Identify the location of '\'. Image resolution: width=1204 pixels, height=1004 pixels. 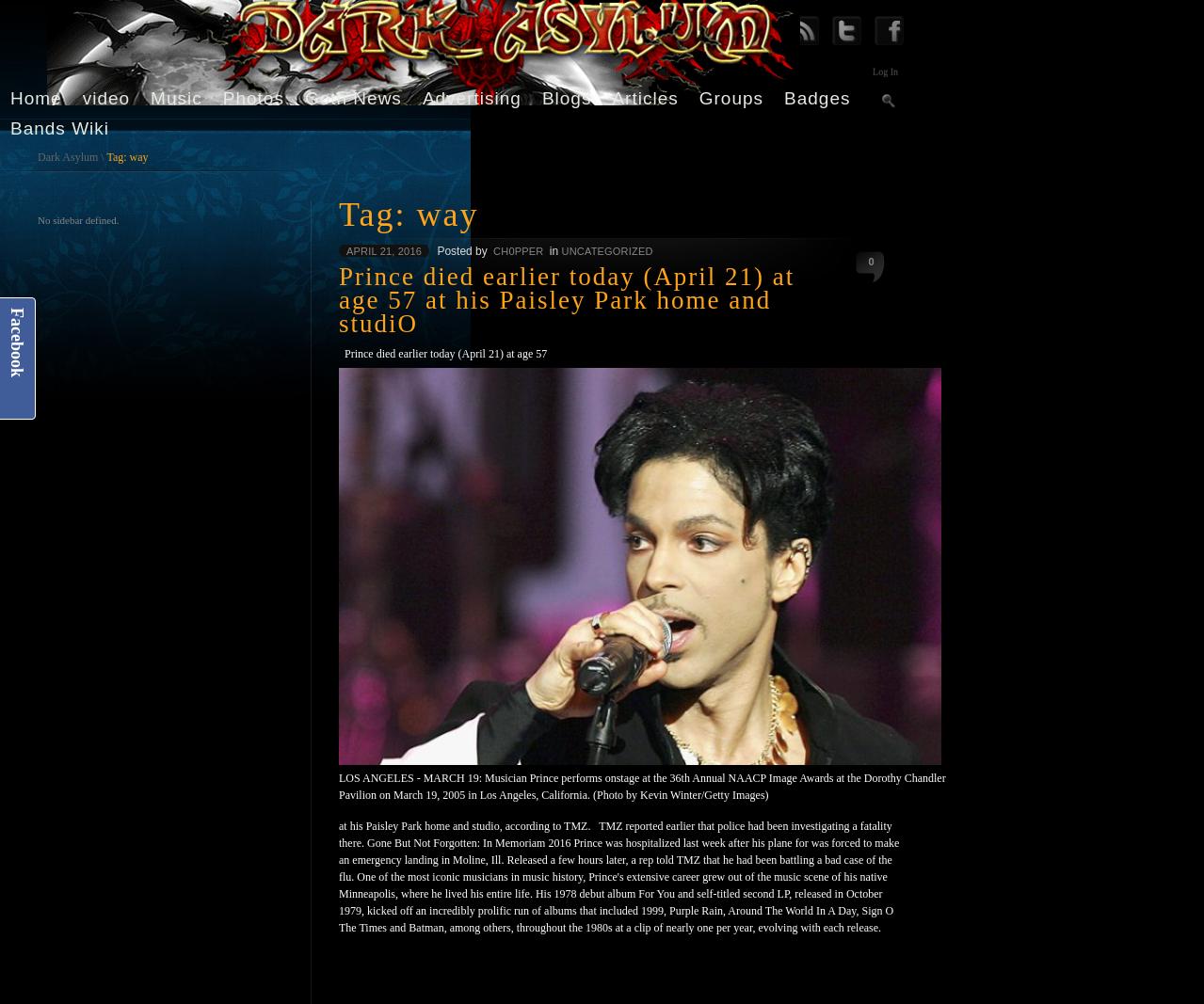
(101, 155).